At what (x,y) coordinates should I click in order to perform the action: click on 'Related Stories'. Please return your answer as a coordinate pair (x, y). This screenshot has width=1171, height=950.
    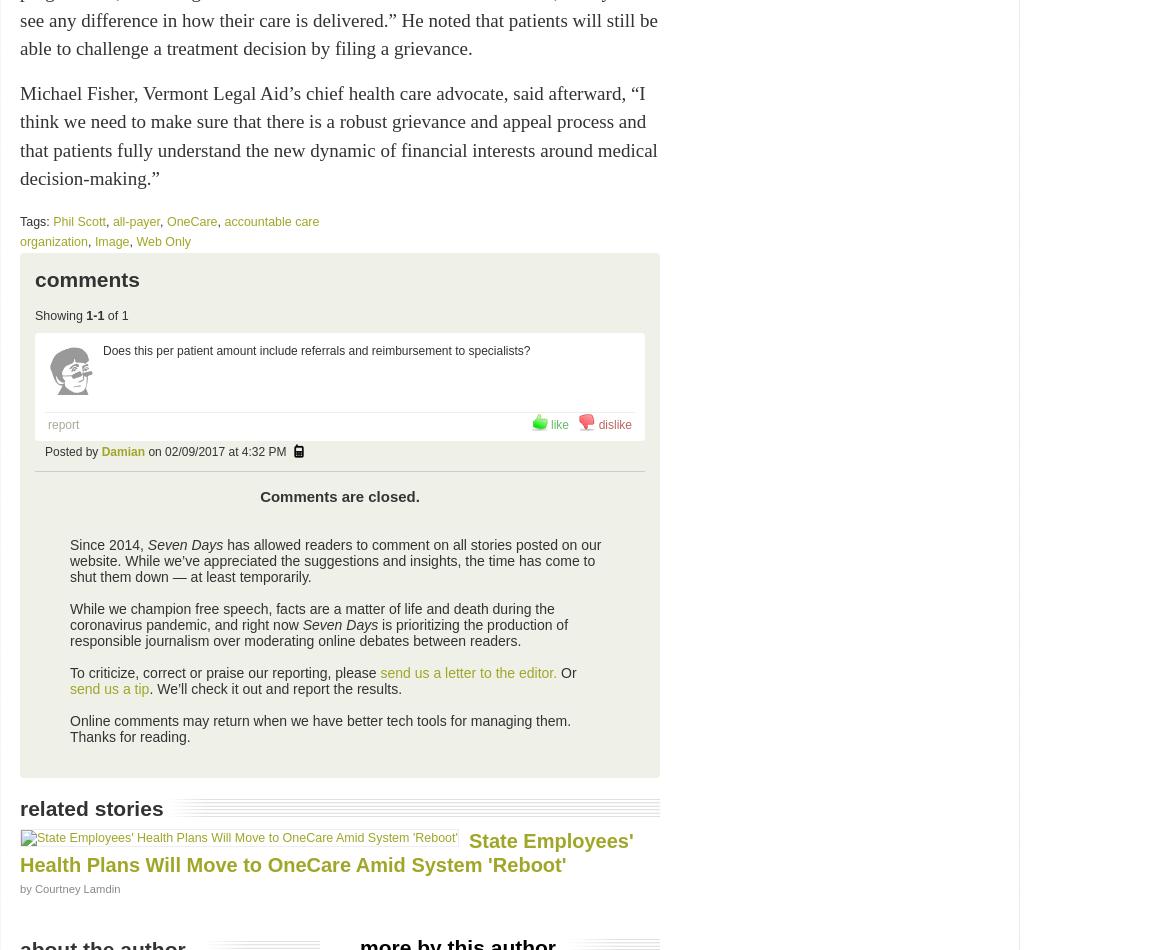
    Looking at the image, I should click on (20, 806).